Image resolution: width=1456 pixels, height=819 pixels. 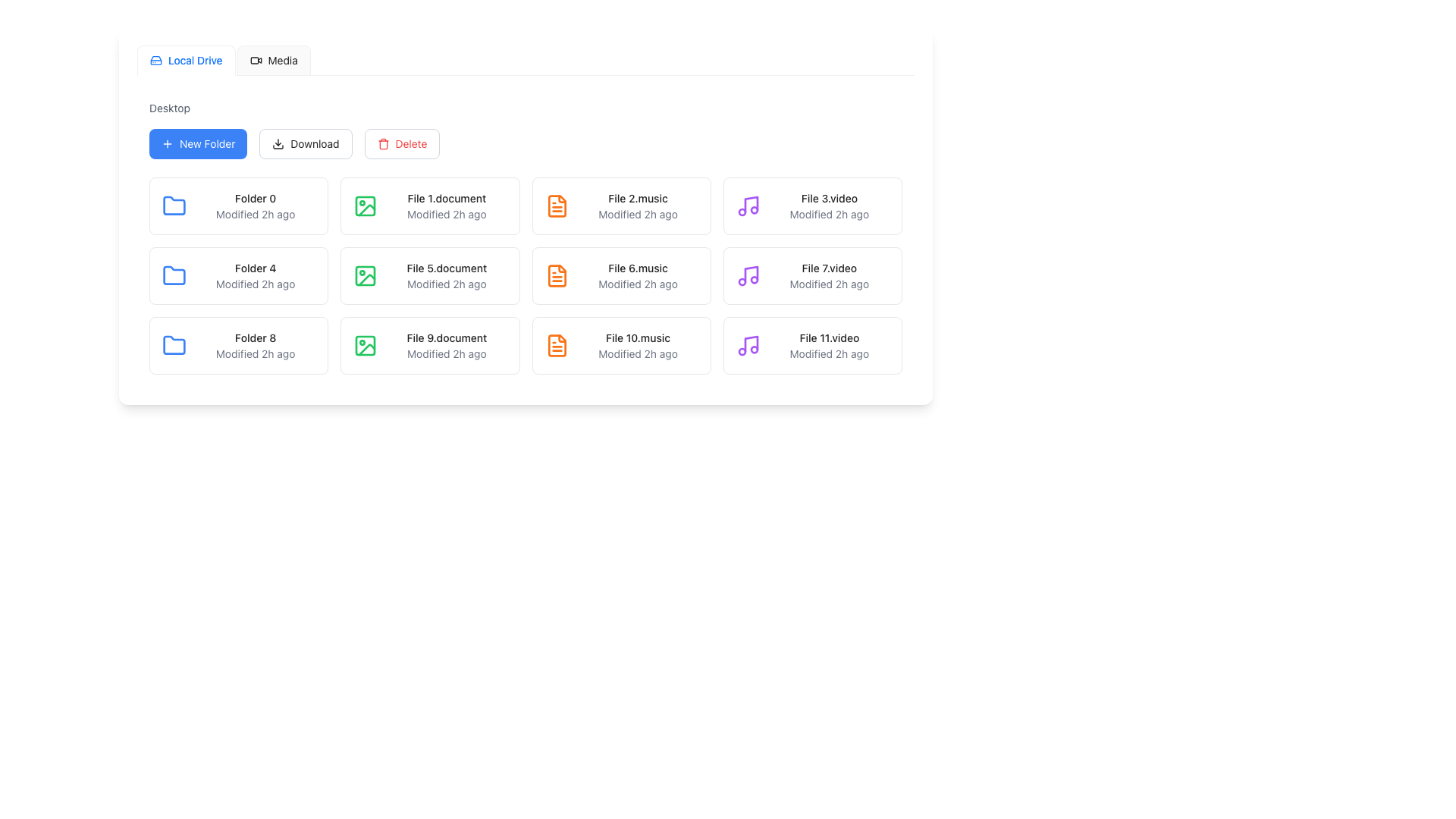 I want to click on the text label that serves as the title or identifier for a file, located in the first row and second column of the grid structure, above the 'Modified 2h ago' label, so click(x=446, y=198).